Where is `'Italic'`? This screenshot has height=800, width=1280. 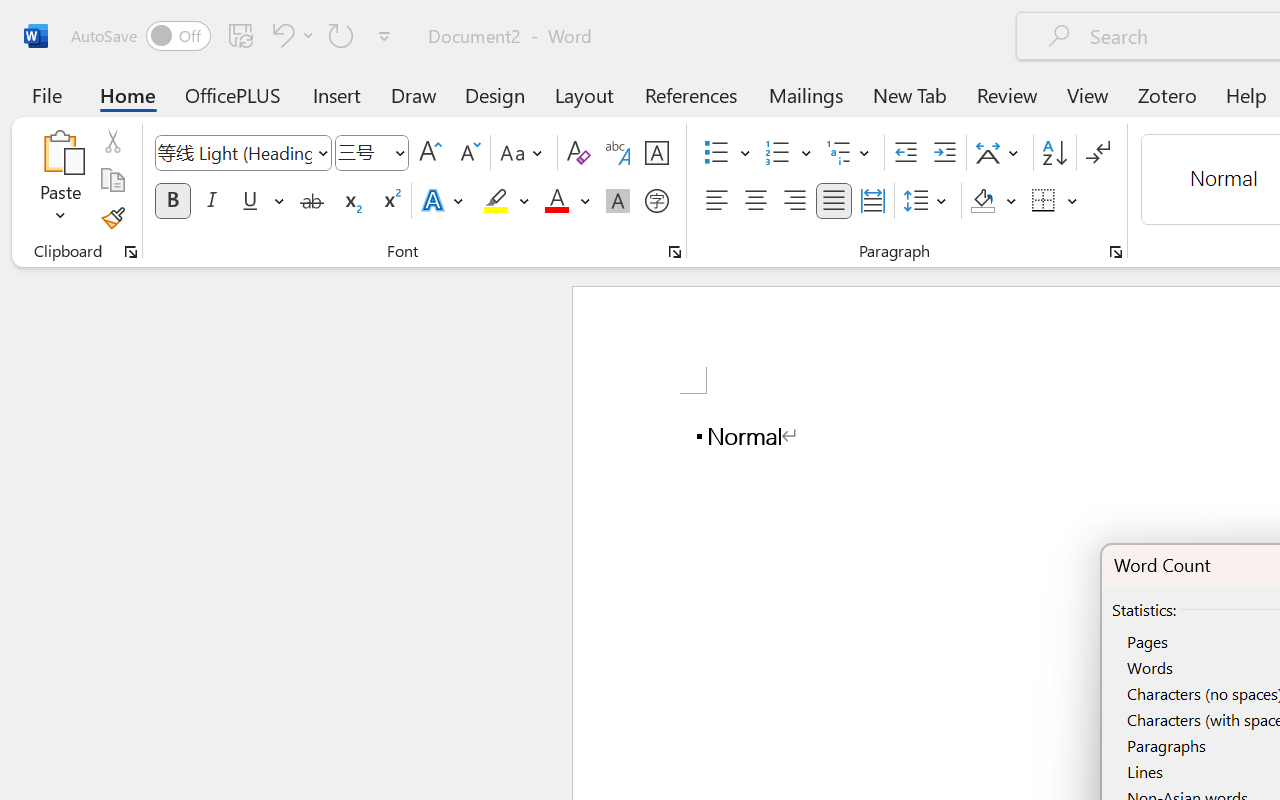
'Italic' is located at coordinates (212, 201).